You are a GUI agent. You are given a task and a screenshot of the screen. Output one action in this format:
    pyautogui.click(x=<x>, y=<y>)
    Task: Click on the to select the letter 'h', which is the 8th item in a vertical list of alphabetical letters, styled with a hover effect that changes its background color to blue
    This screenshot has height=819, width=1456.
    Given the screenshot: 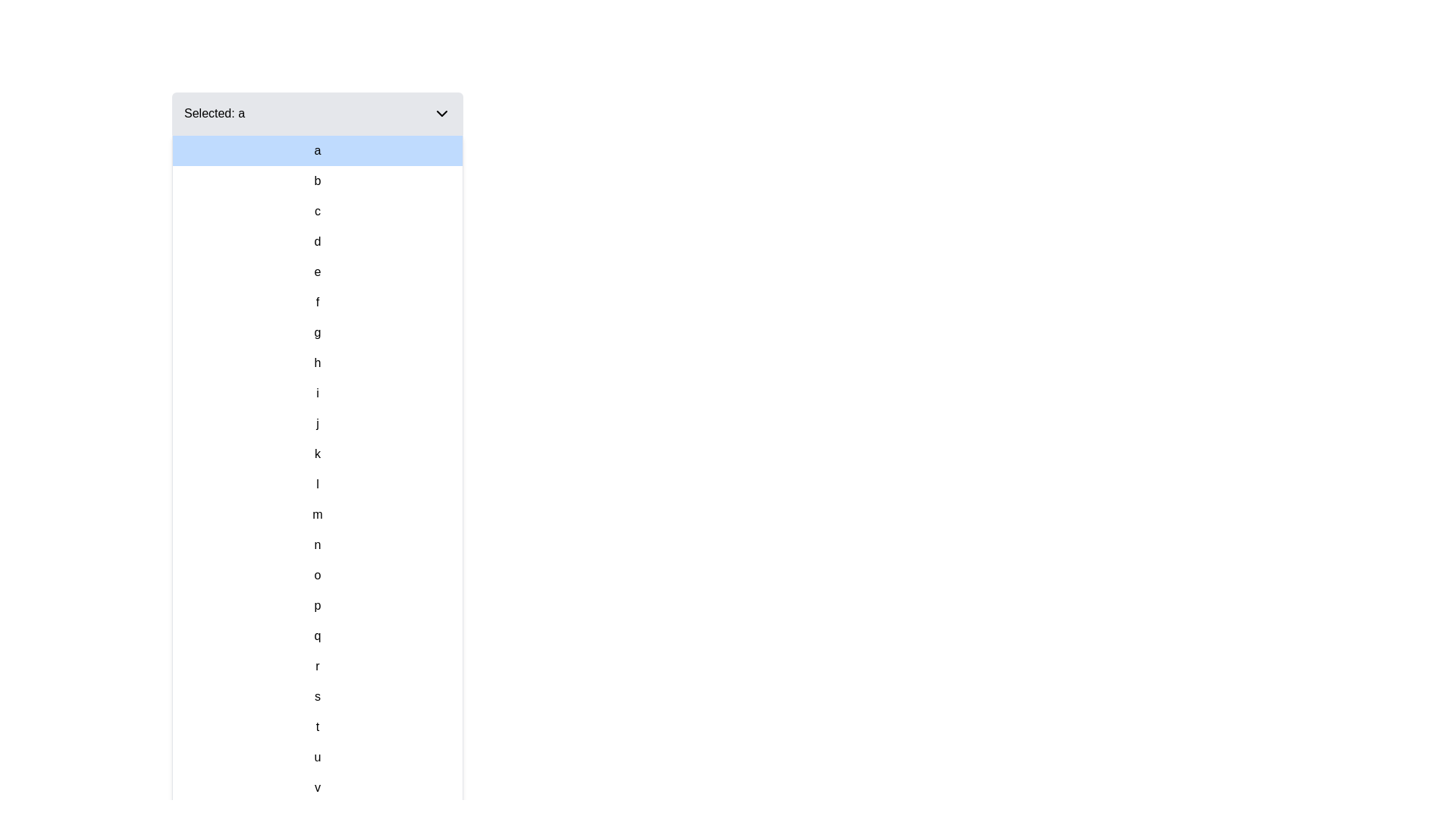 What is the action you would take?
    pyautogui.click(x=316, y=362)
    